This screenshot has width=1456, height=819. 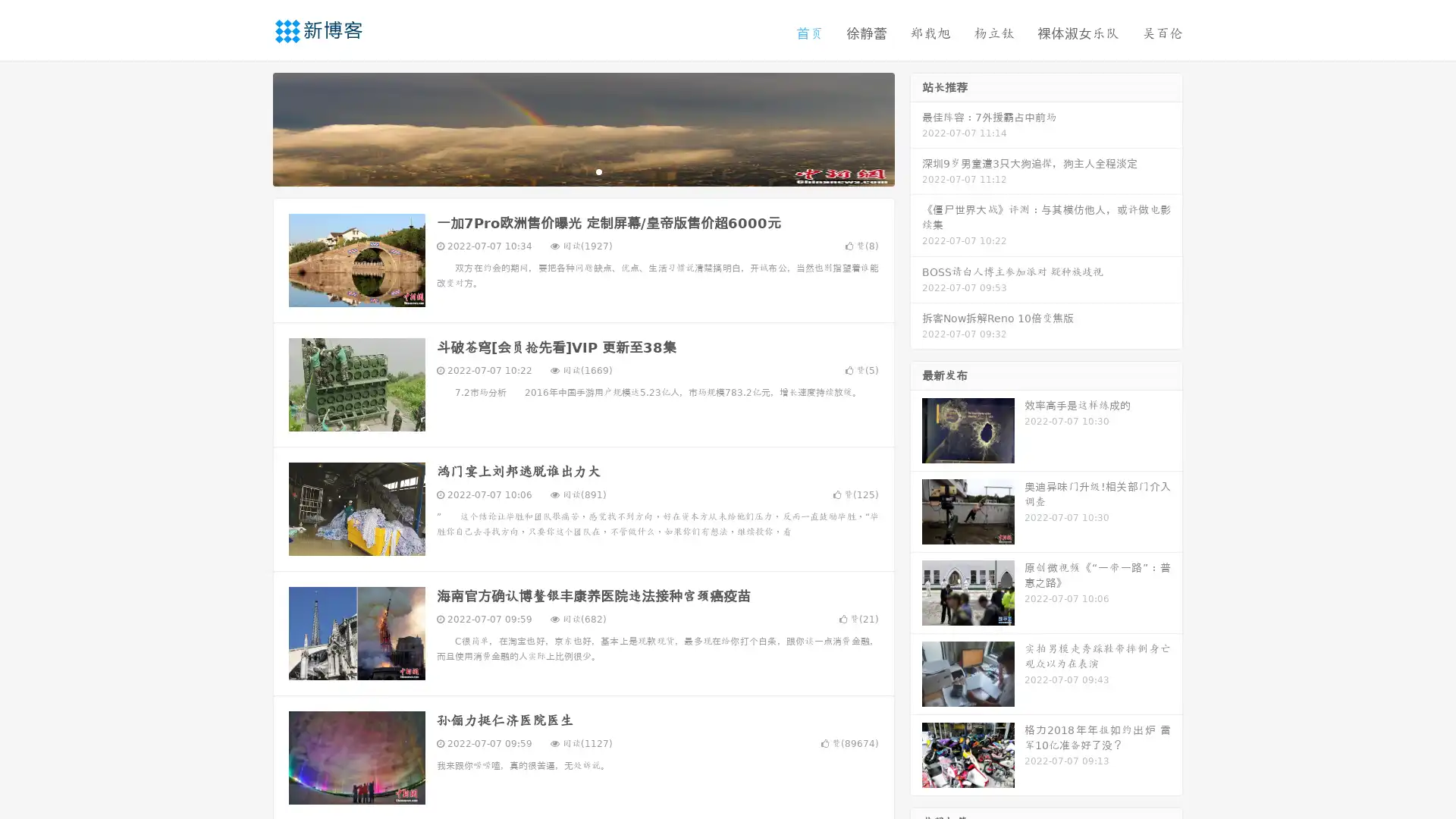 What do you see at coordinates (250, 127) in the screenshot?
I see `Previous slide` at bounding box center [250, 127].